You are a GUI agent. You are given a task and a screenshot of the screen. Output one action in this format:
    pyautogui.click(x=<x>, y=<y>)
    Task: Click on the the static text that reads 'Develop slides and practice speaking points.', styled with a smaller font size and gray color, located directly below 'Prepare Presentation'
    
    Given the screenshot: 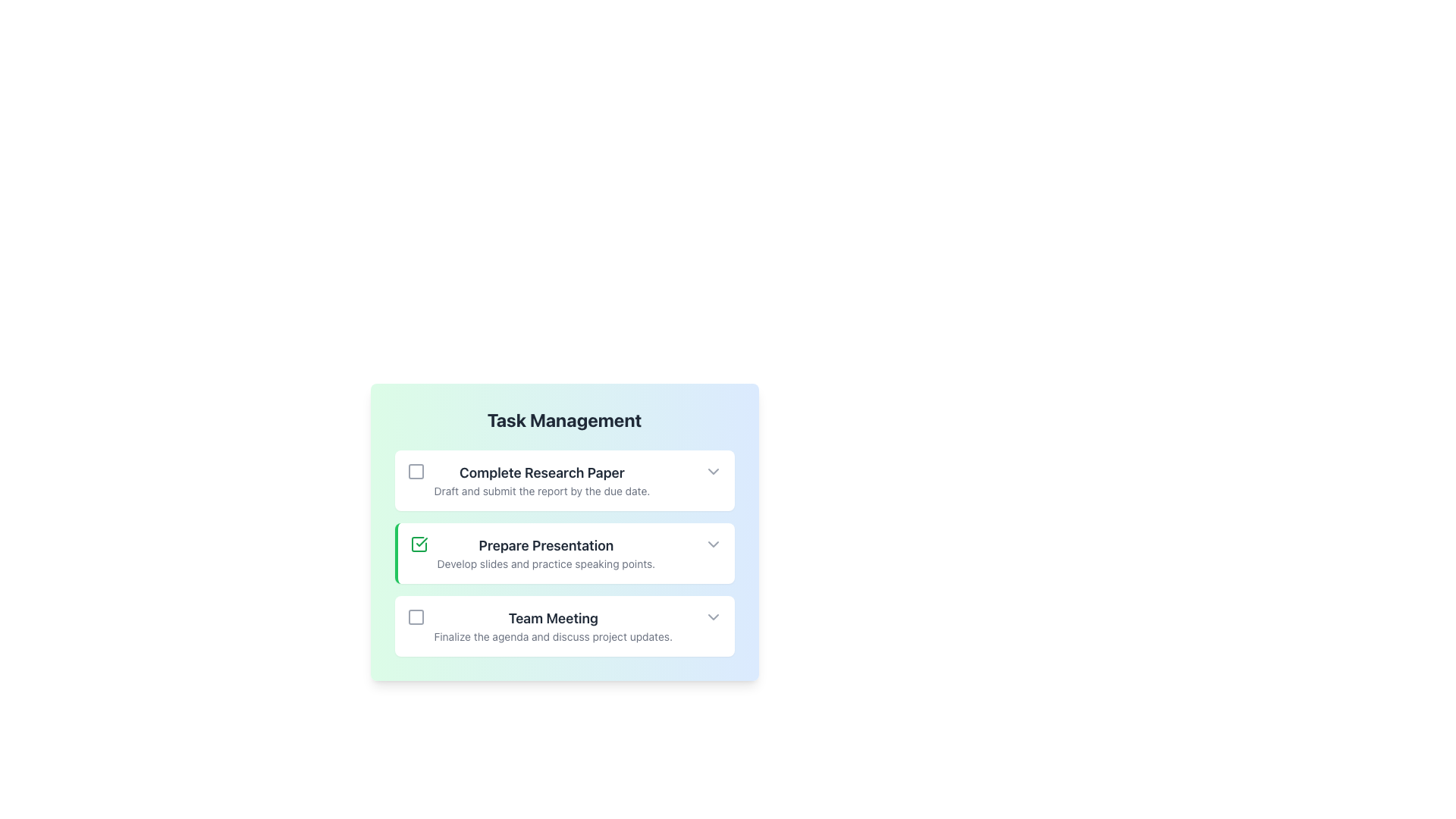 What is the action you would take?
    pyautogui.click(x=546, y=564)
    